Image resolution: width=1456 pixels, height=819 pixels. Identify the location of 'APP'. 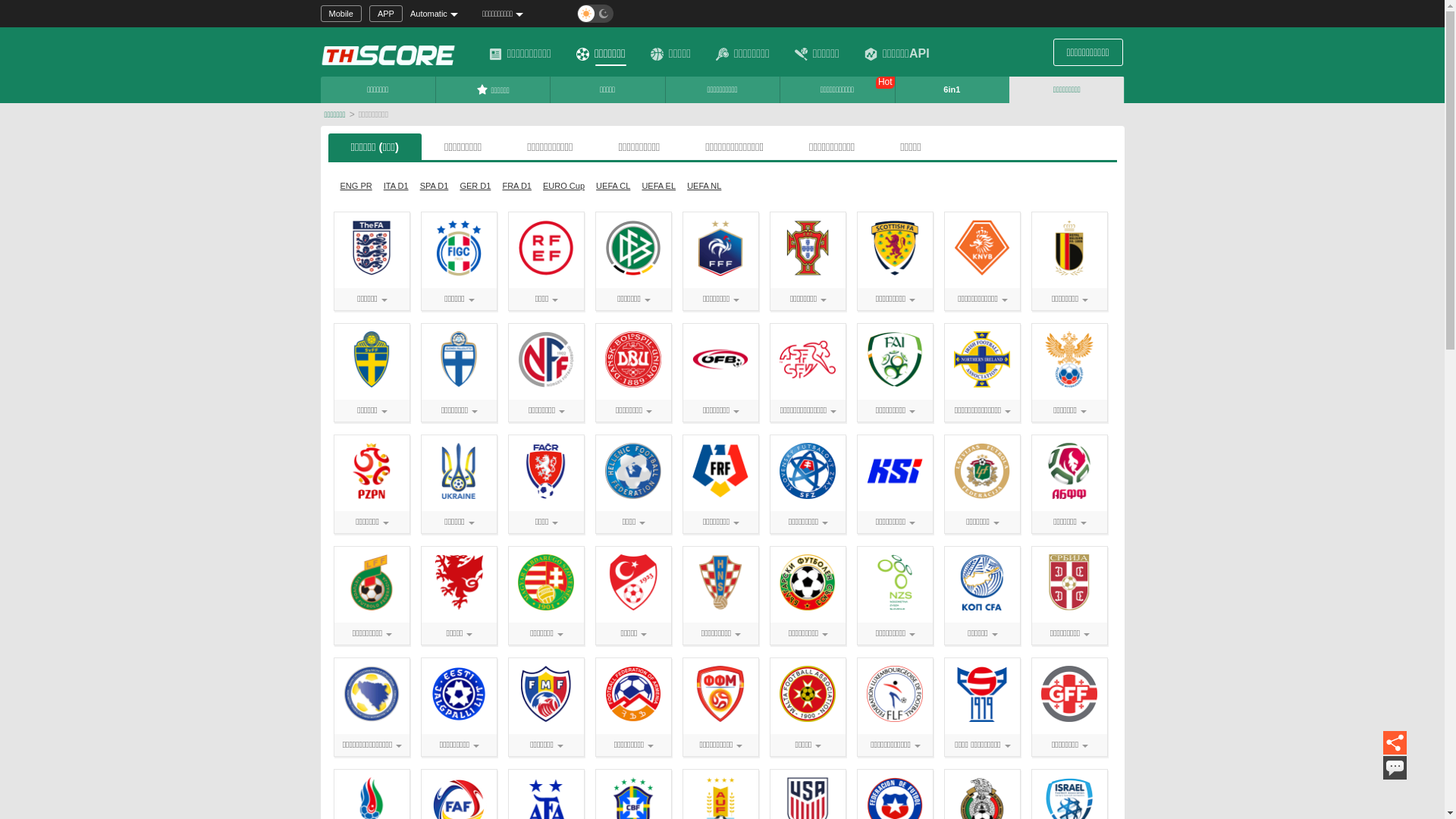
(385, 14).